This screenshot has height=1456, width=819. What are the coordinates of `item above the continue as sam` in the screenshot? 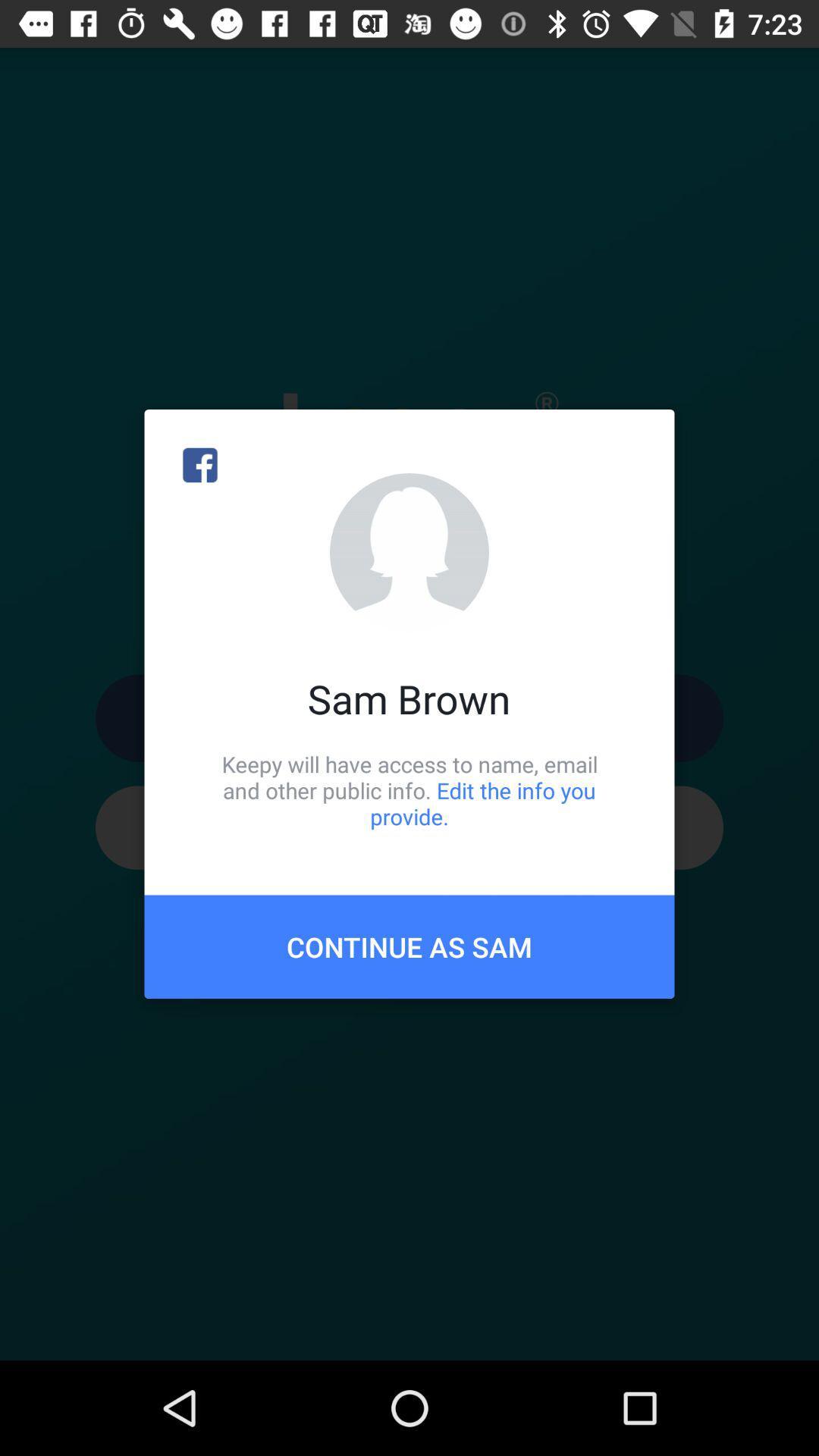 It's located at (409, 789).